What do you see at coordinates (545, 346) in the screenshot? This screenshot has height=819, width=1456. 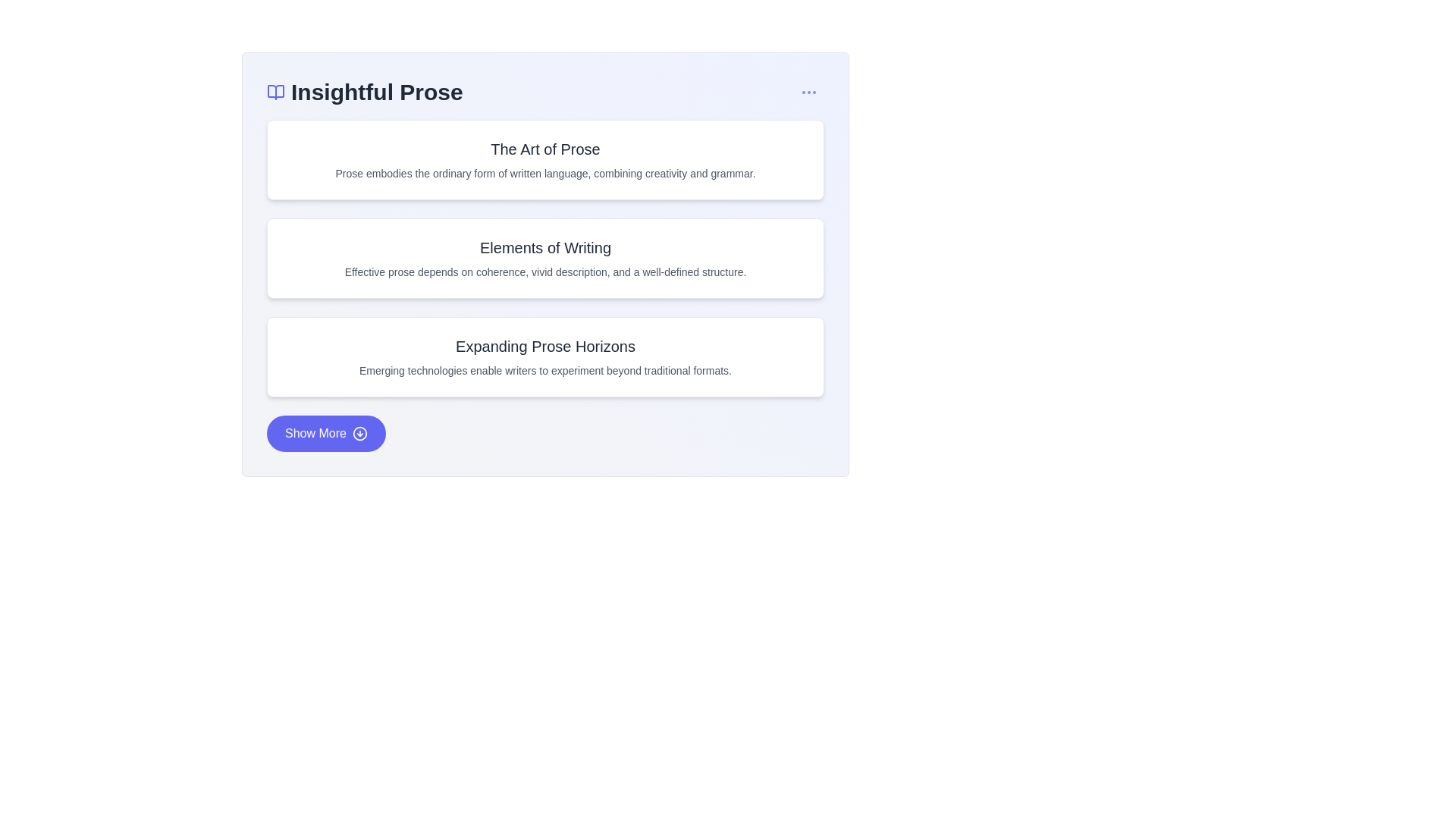 I see `the heading text element titled 'Expanding Prose Horizons', which is styled in a medium-sized, bold font with a dark gray color, located at the top of the third card in a vertical list of content cards` at bounding box center [545, 346].